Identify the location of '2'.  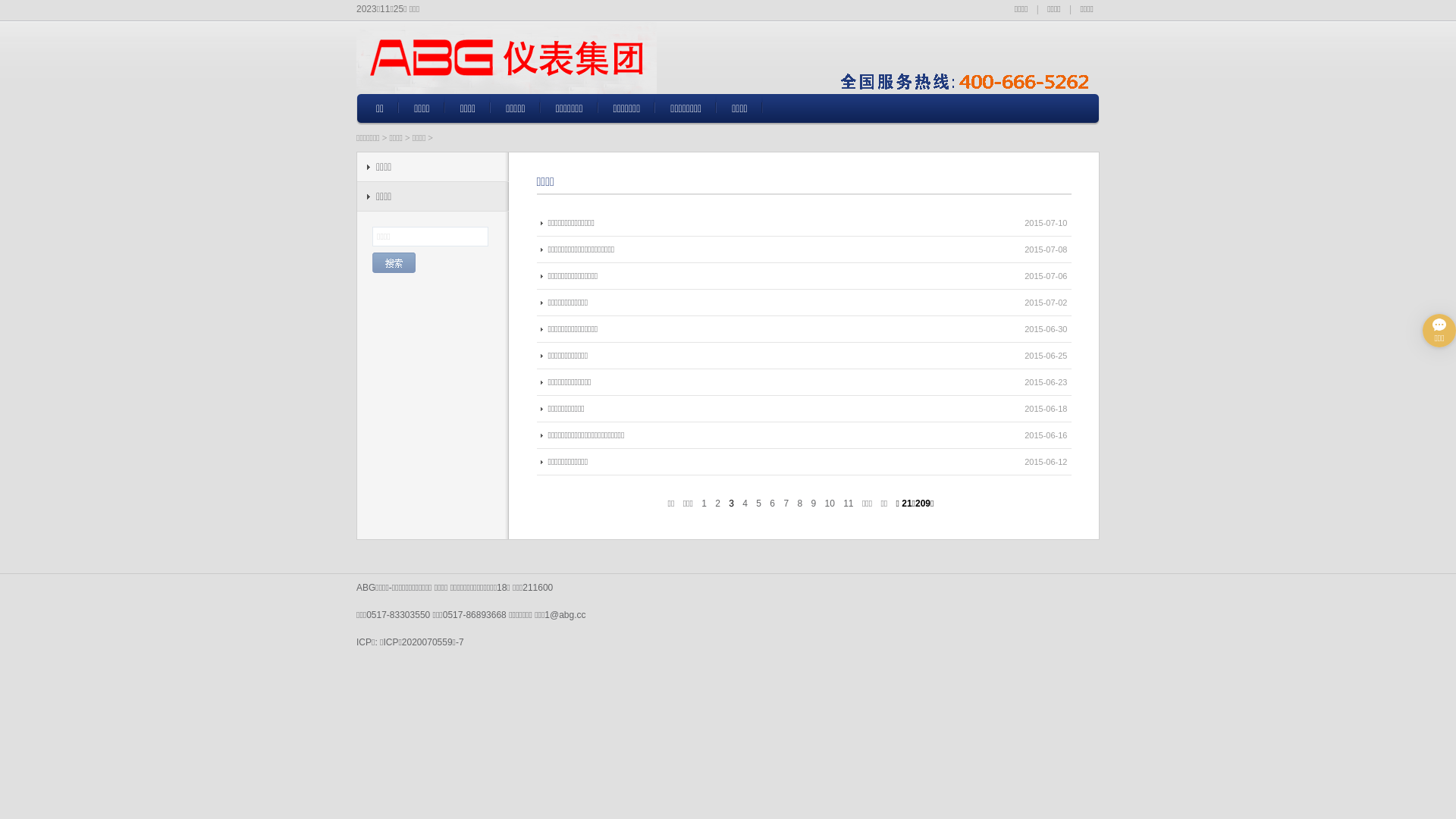
(717, 503).